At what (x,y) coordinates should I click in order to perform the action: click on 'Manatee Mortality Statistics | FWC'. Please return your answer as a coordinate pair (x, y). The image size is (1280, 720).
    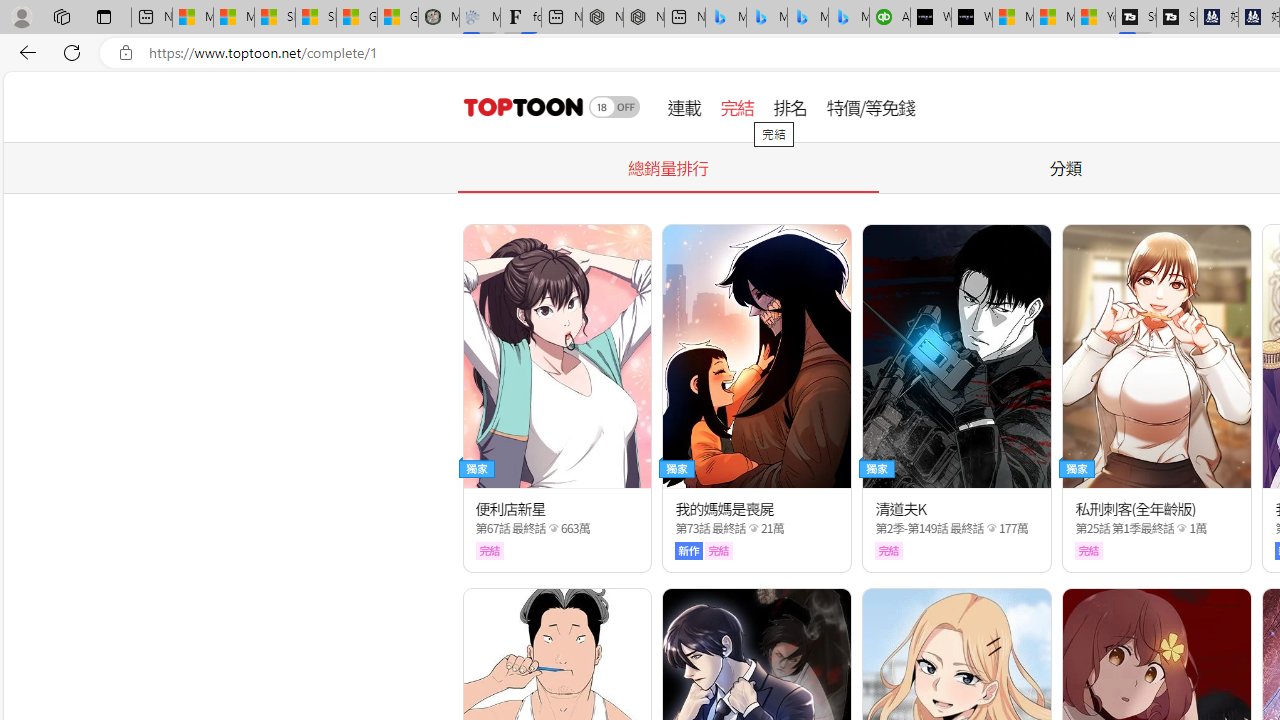
    Looking at the image, I should click on (438, 17).